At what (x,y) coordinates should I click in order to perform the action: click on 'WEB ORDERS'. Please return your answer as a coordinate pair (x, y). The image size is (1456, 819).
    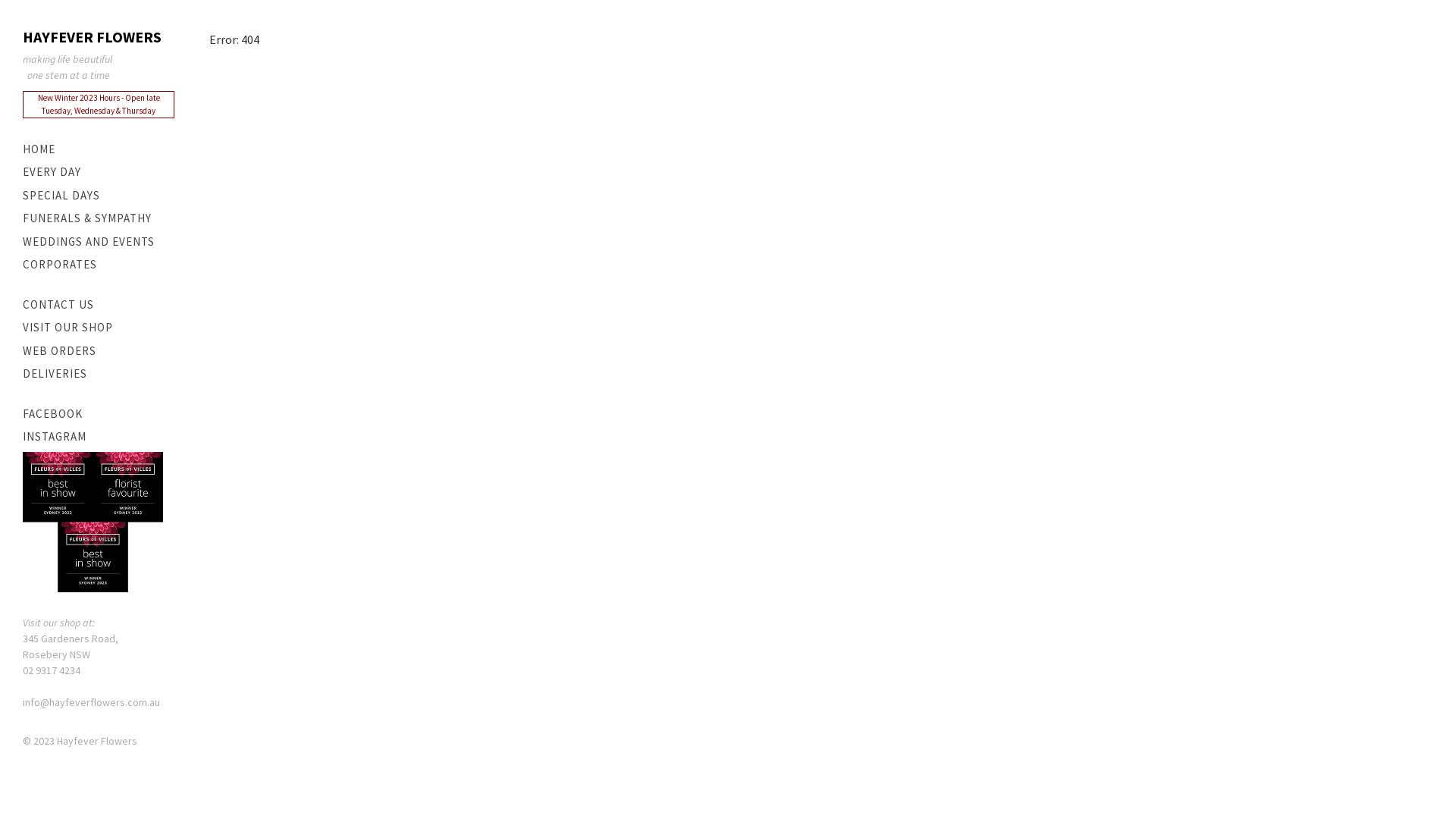
    Looking at the image, I should click on (22, 351).